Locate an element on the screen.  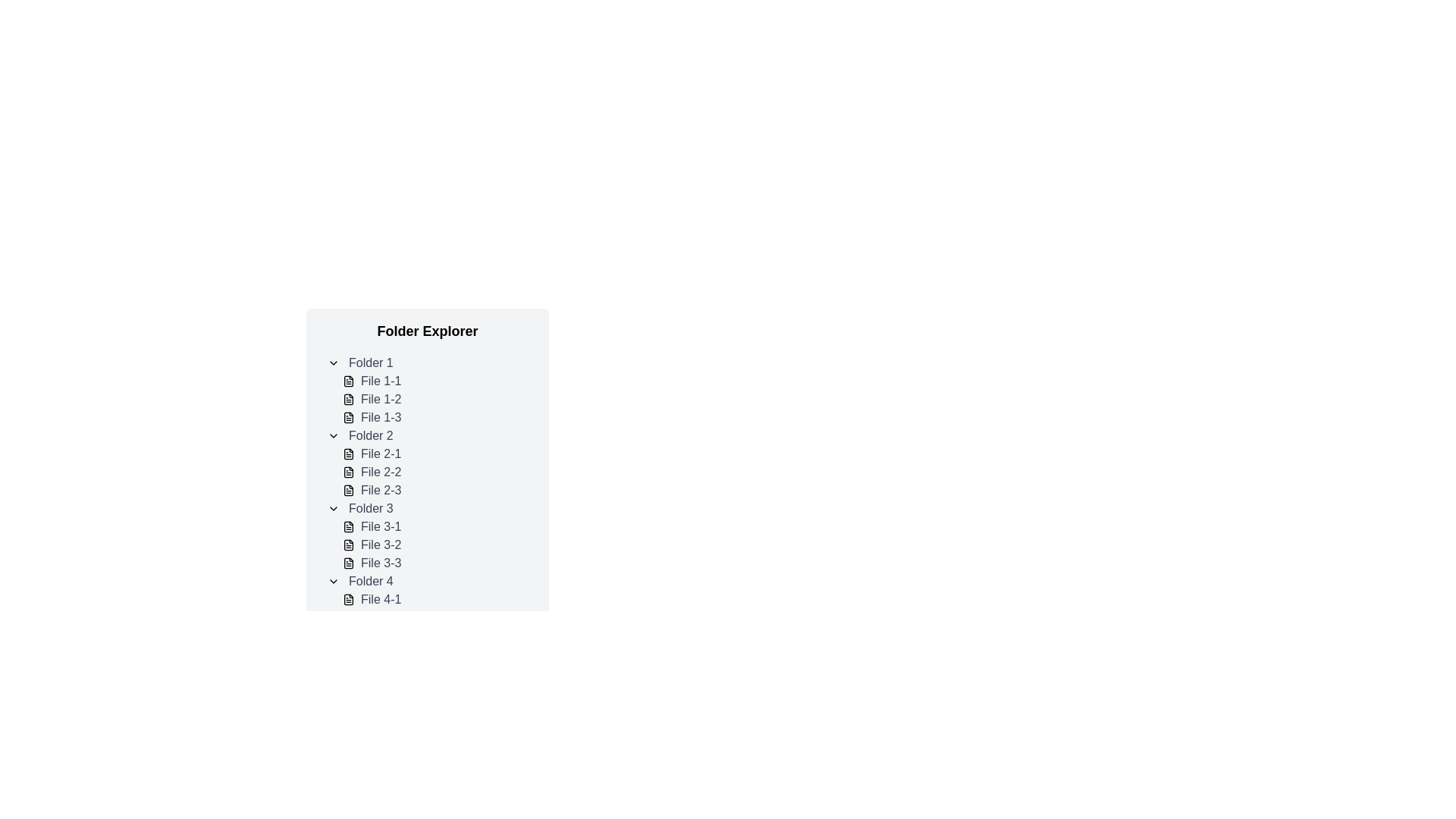
the 'File 2-3' icon in the 'Folder 2' section of the folder explorer interface is located at coordinates (348, 491).